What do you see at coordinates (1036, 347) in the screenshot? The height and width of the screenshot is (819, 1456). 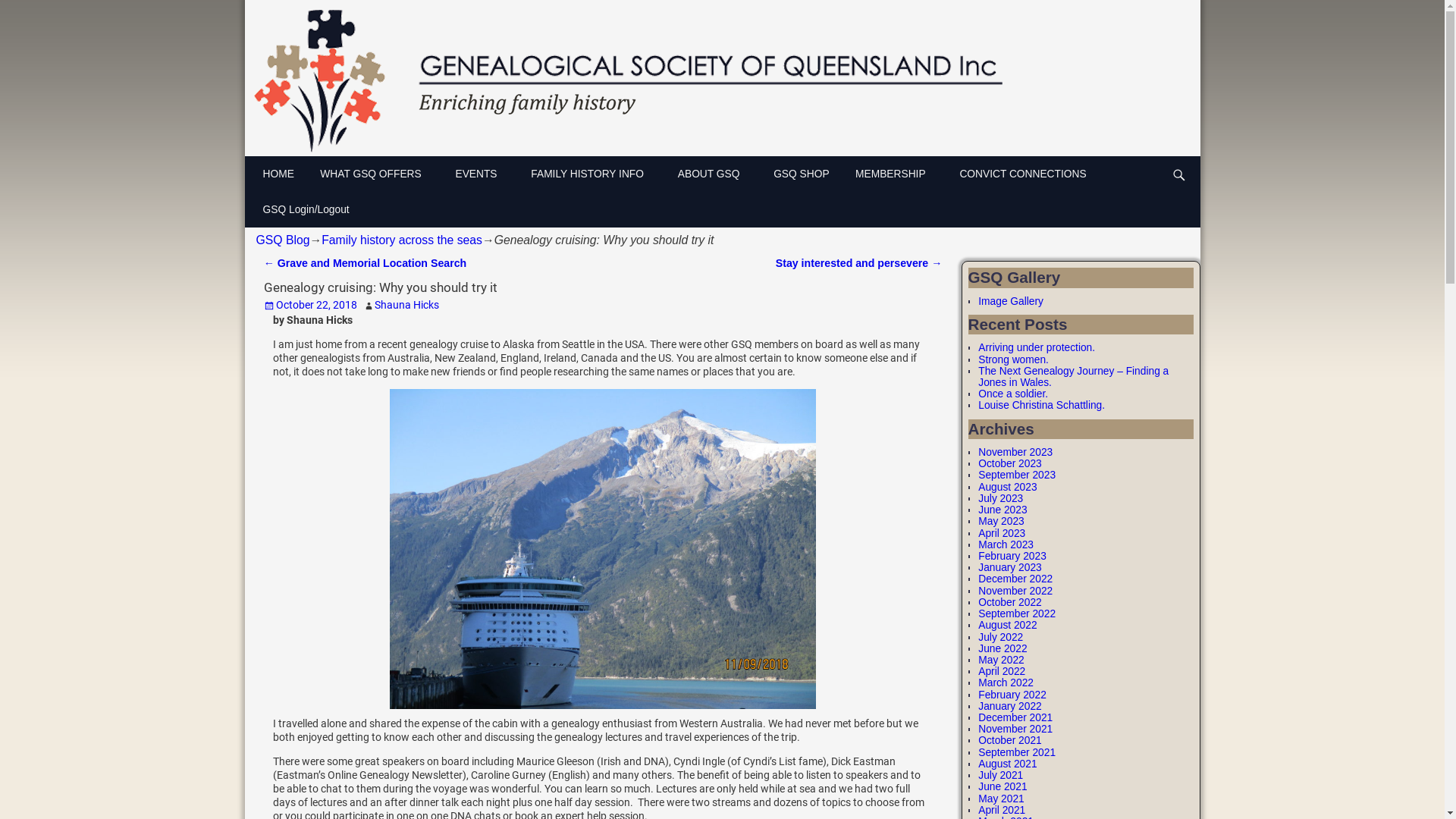 I see `'Arriving under protection.'` at bounding box center [1036, 347].